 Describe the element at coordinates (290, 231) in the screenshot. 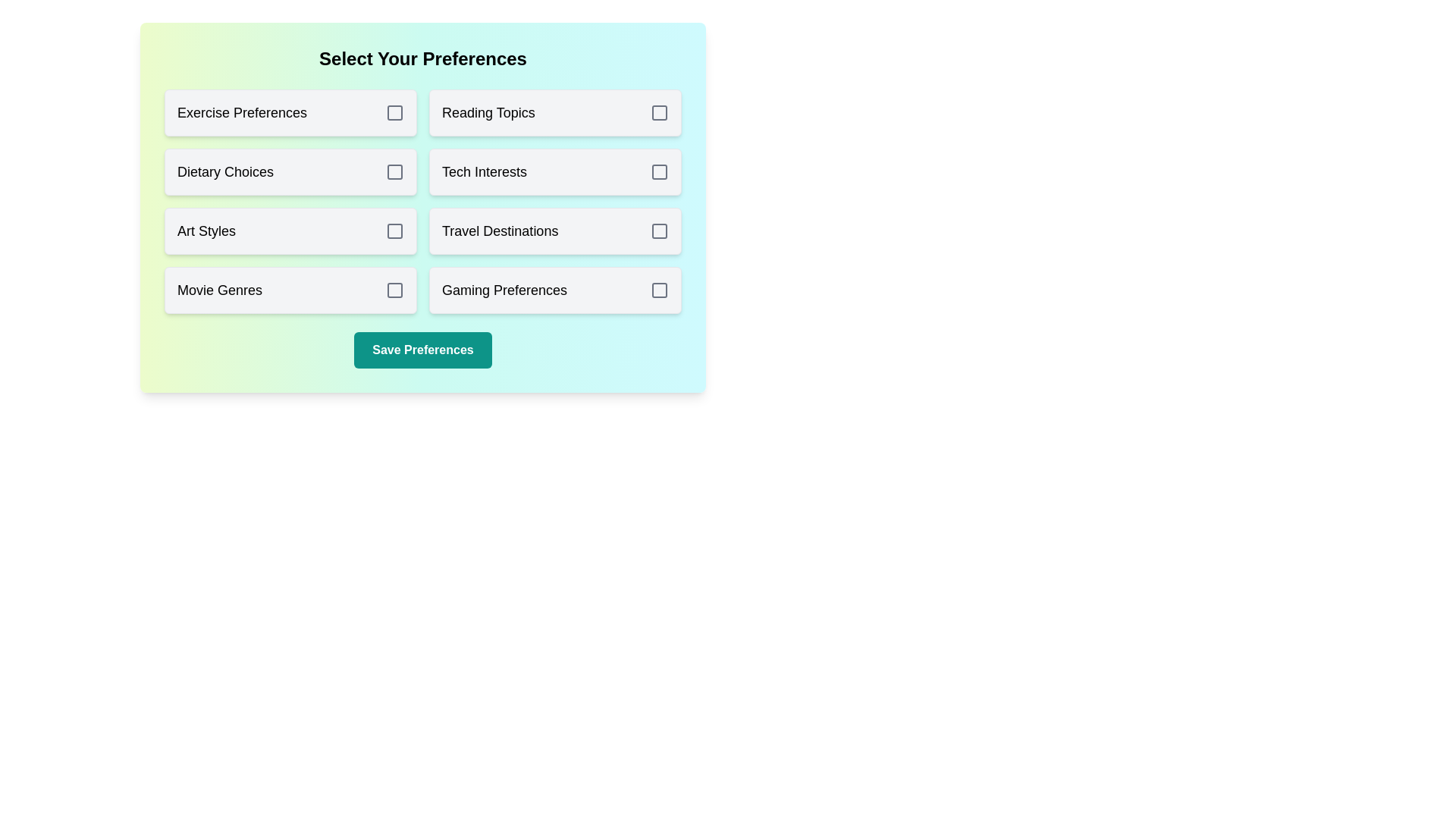

I see `the option Art Styles to observe its hover effect` at that location.